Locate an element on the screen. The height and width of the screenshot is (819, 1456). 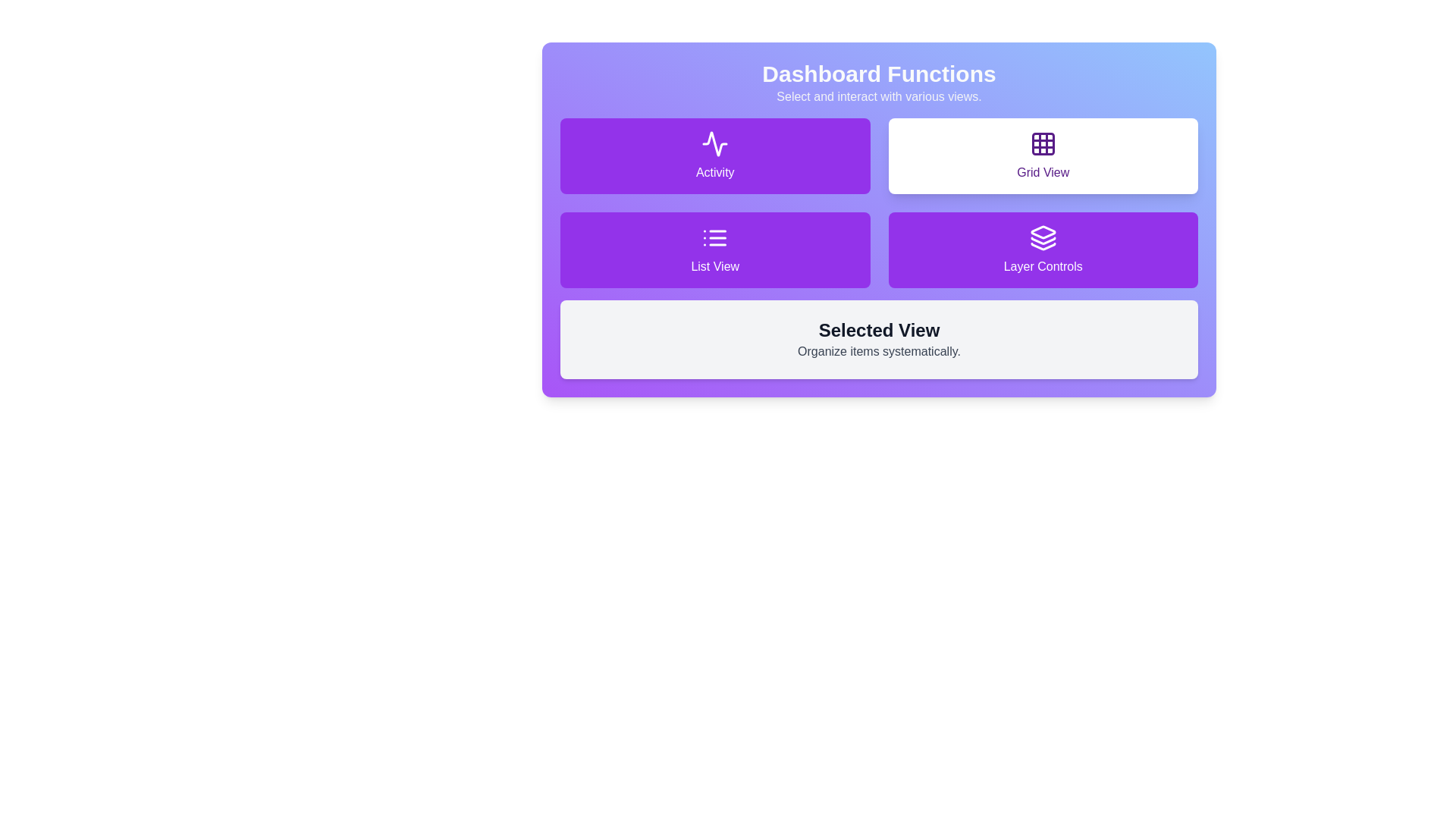
the Layer Controls icon, which is positioned above the text 'Layer Controls' in the lower-right corner of the Dashboard Functions interface is located at coordinates (1042, 237).